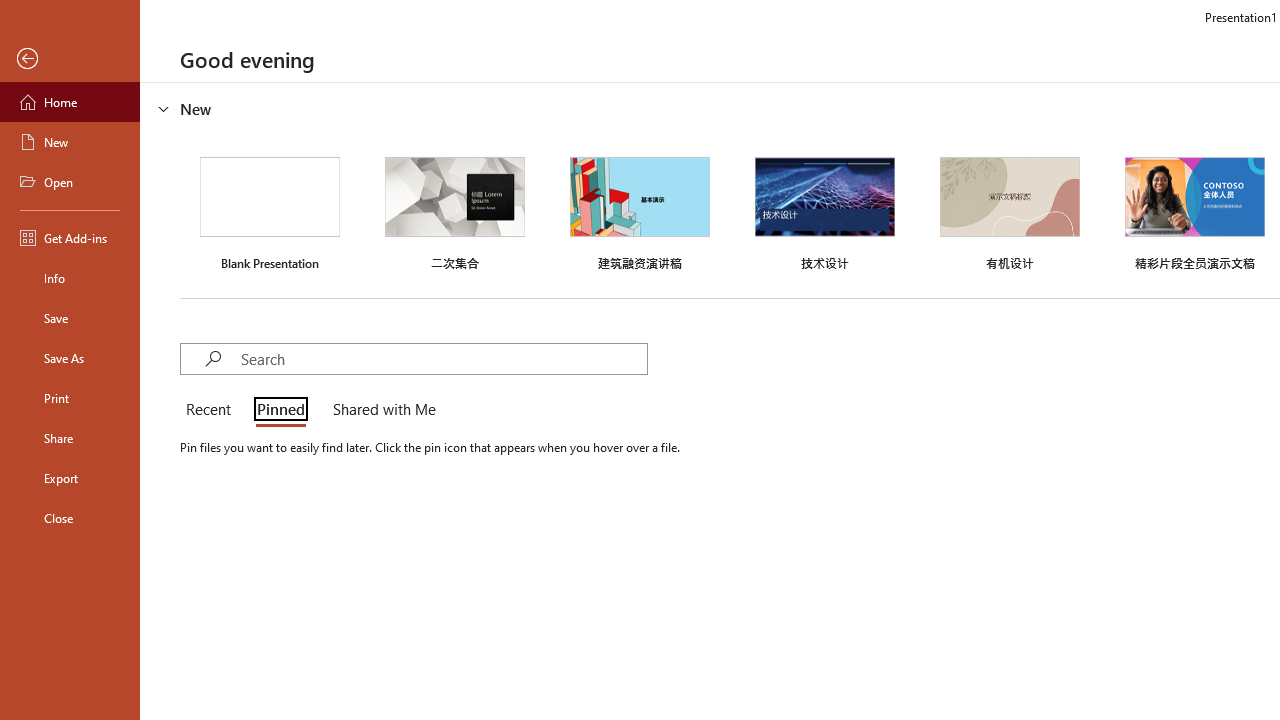 The height and width of the screenshot is (720, 1280). I want to click on 'Shared with Me', so click(380, 410).